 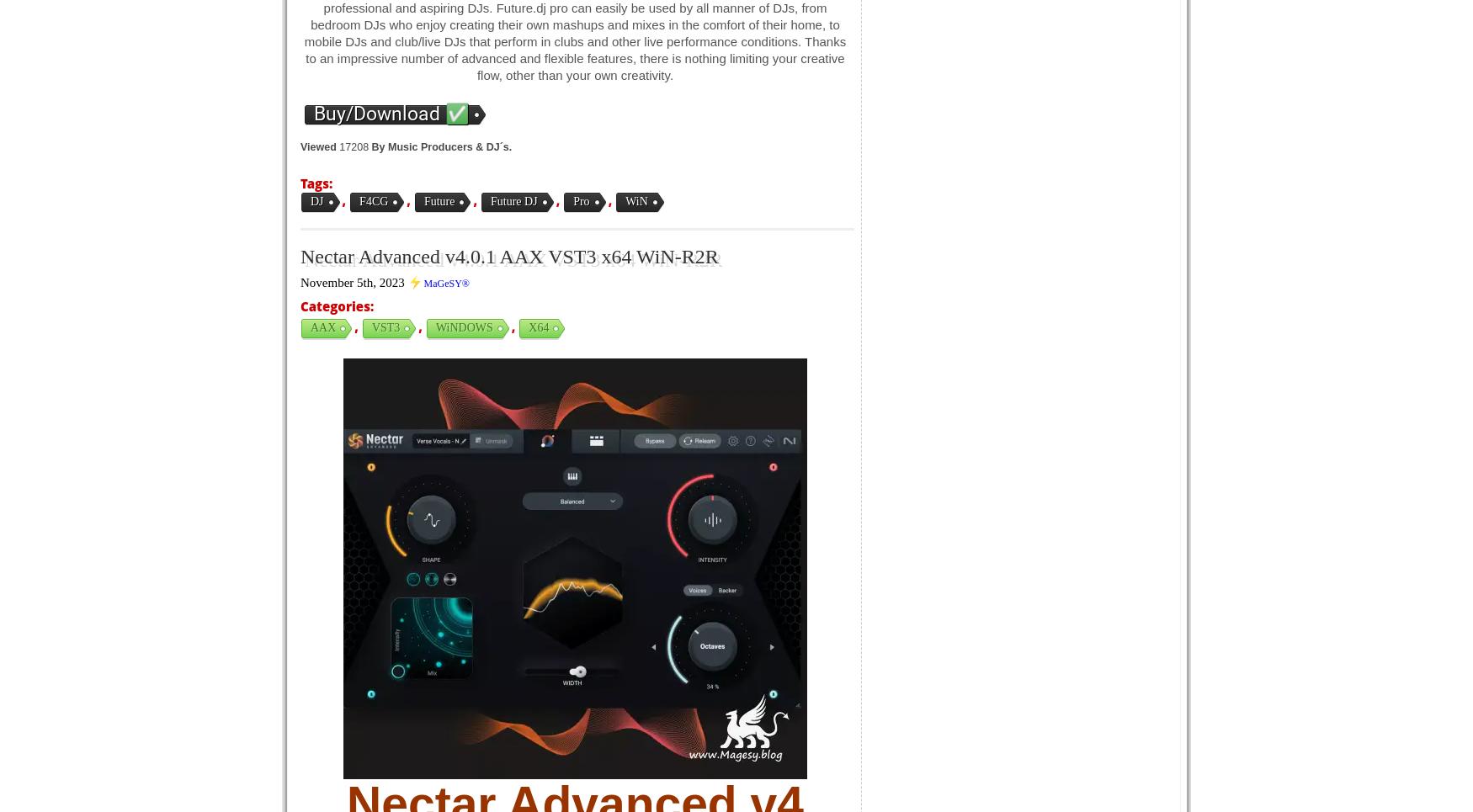 What do you see at coordinates (445, 283) in the screenshot?
I see `'MaGeSY®'` at bounding box center [445, 283].